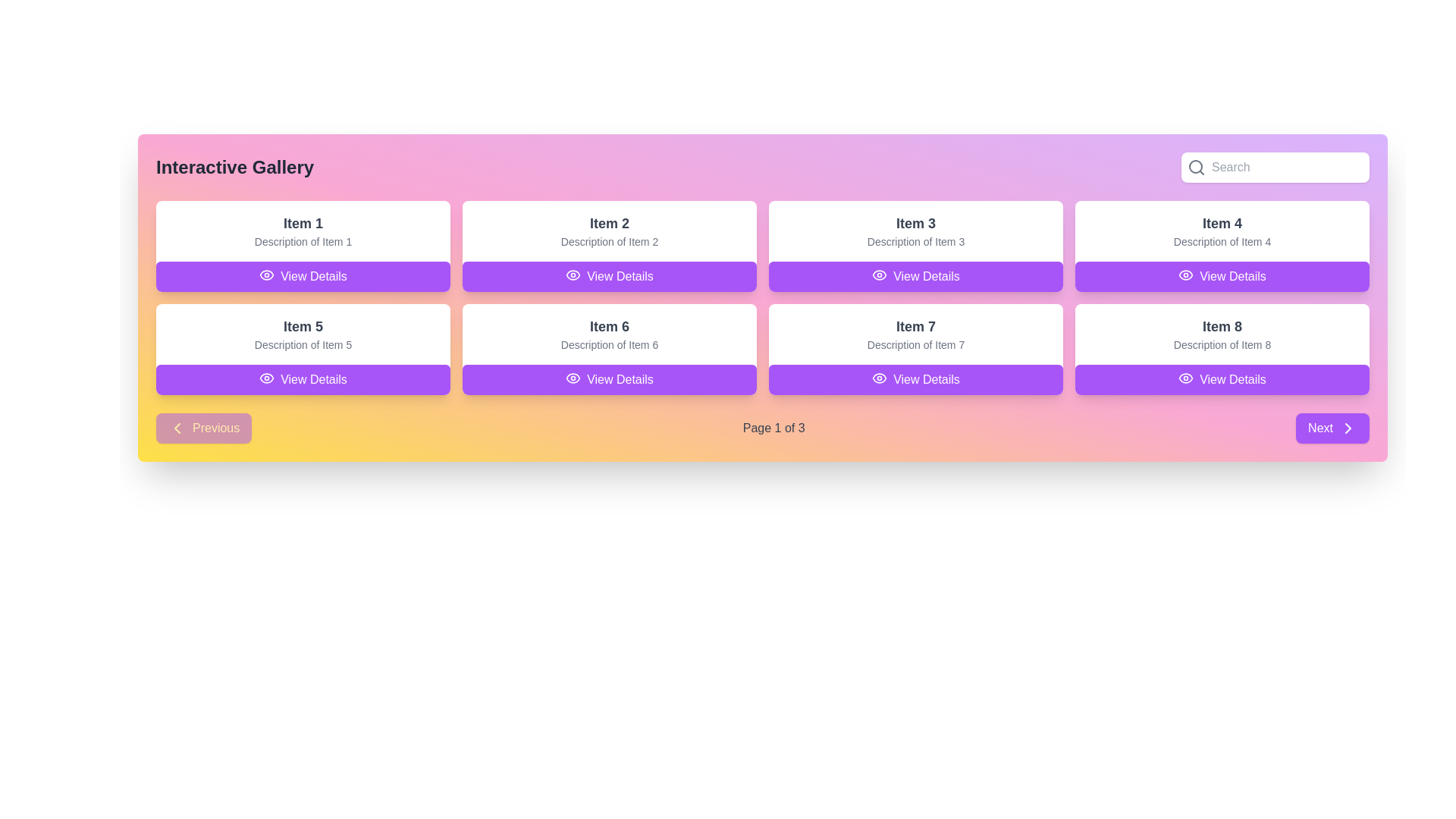 The width and height of the screenshot is (1456, 819). Describe the element at coordinates (1222, 379) in the screenshot. I see `the 'View Details' button with a purple background and white rounded corners, located at the bottom of the 'Item 8' card` at that location.